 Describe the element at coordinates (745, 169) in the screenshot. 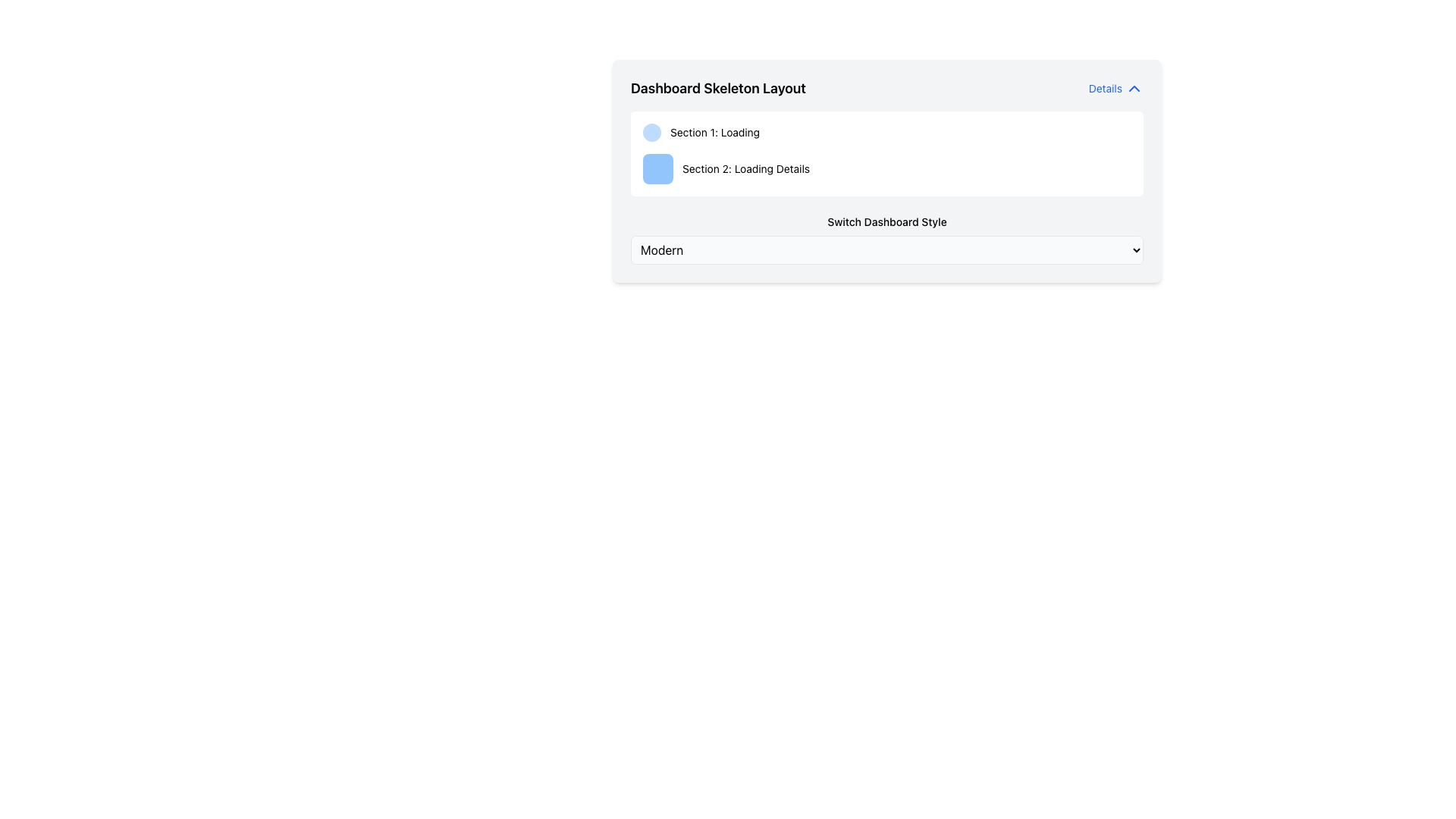

I see `text label for 'Section 2: Loading Details' positioned in the second row next to a blue square icon` at that location.